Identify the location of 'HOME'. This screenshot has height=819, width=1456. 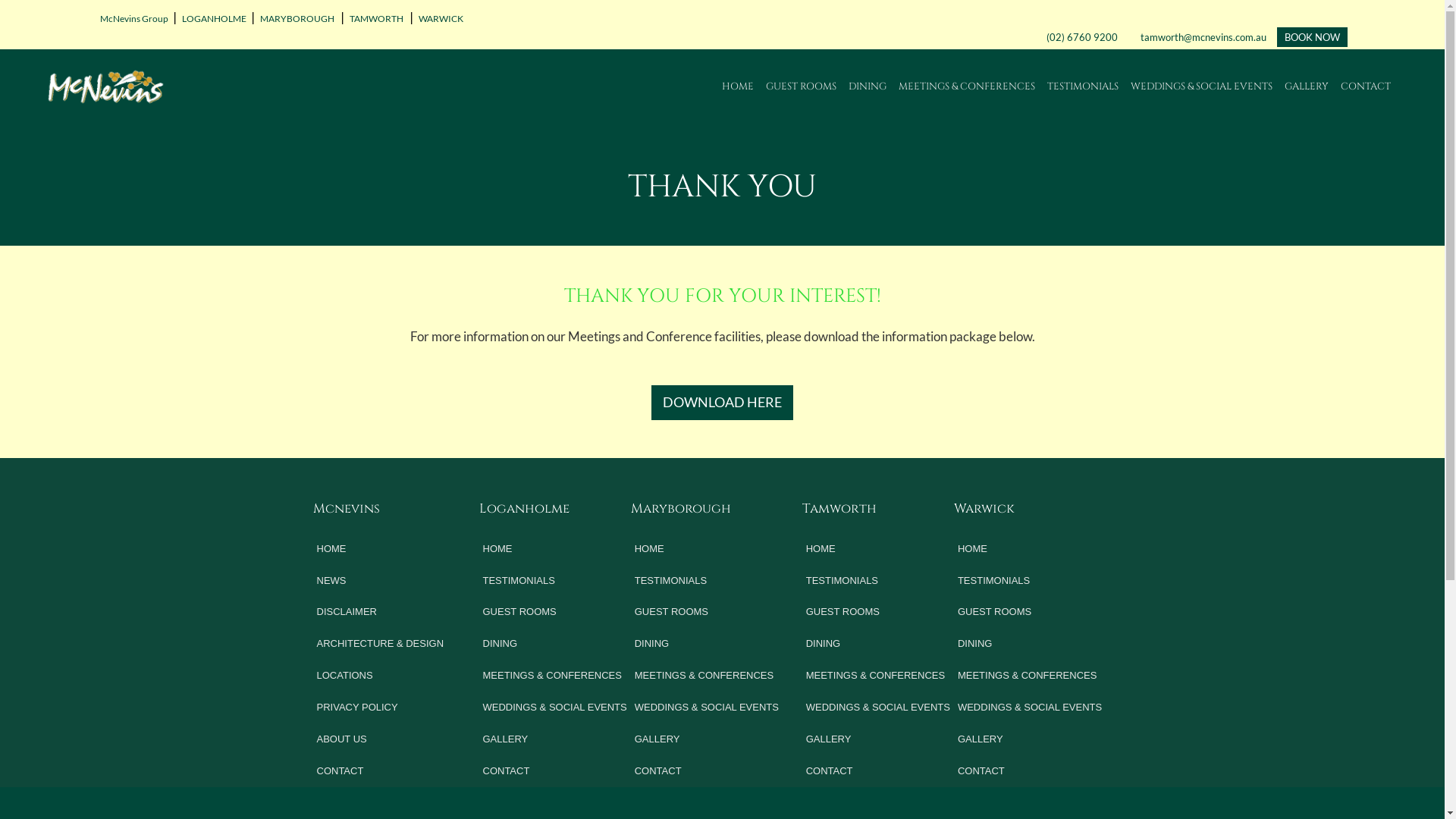
(720, 86).